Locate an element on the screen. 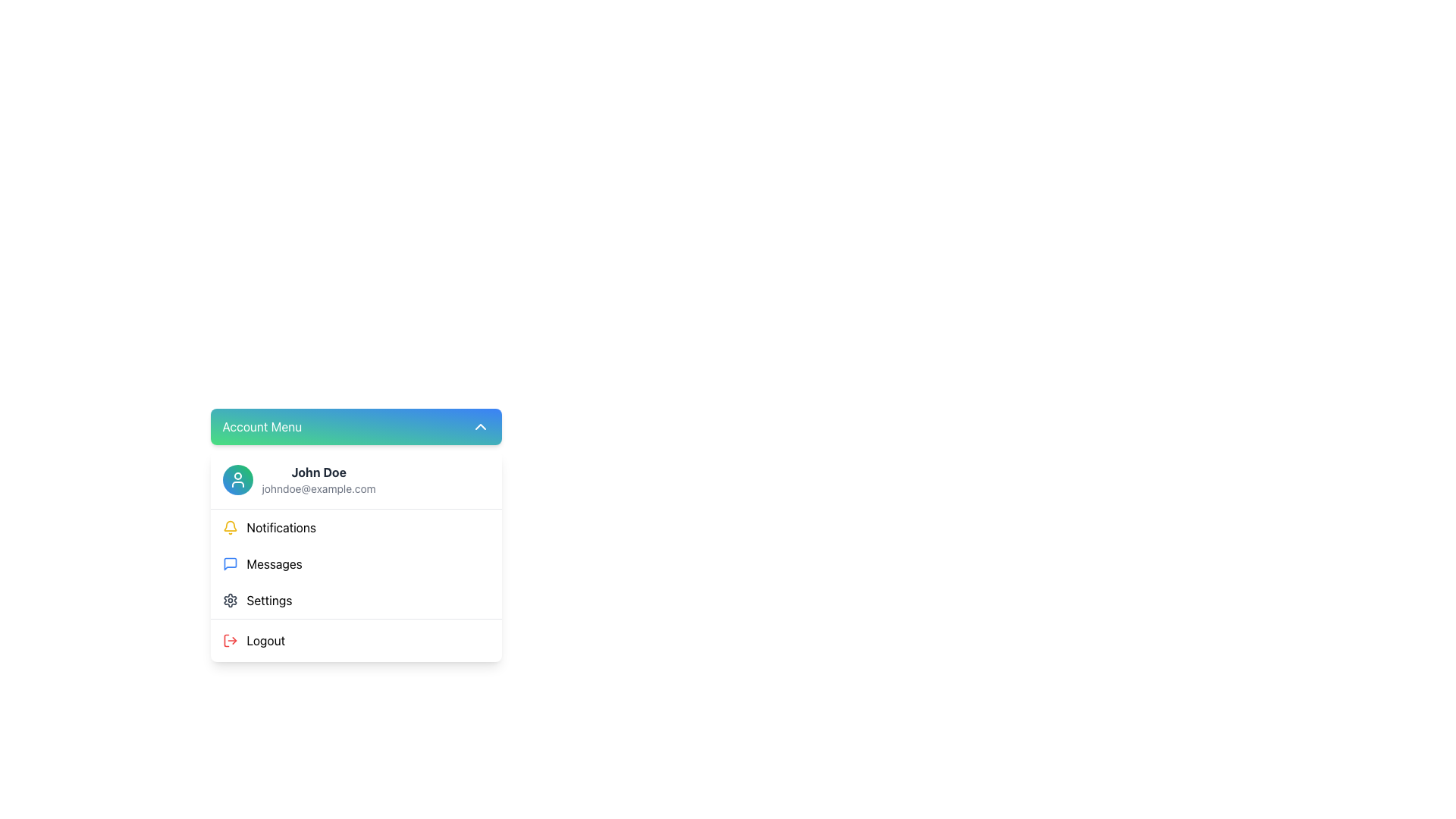 The height and width of the screenshot is (819, 1456). the blue speech bubble icon located to the left of the 'Messages' label in the third row of the dropdown menu in the 'Account Menu' is located at coordinates (229, 564).